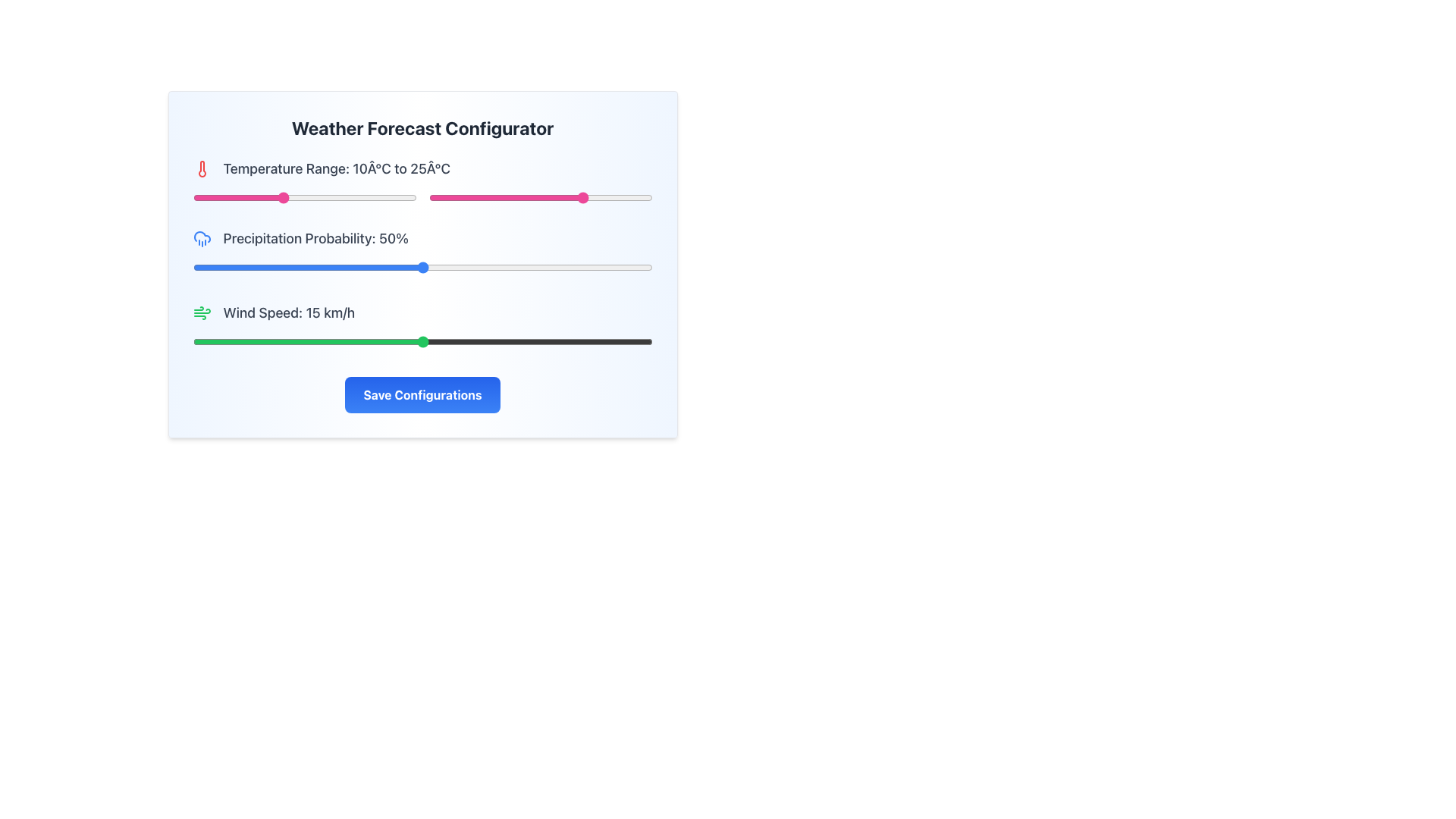 This screenshot has height=819, width=1456. What do you see at coordinates (201, 169) in the screenshot?
I see `the red vertical thermometer icon located to the left of the 'Temperature Range: 10°C to 25°C' text` at bounding box center [201, 169].